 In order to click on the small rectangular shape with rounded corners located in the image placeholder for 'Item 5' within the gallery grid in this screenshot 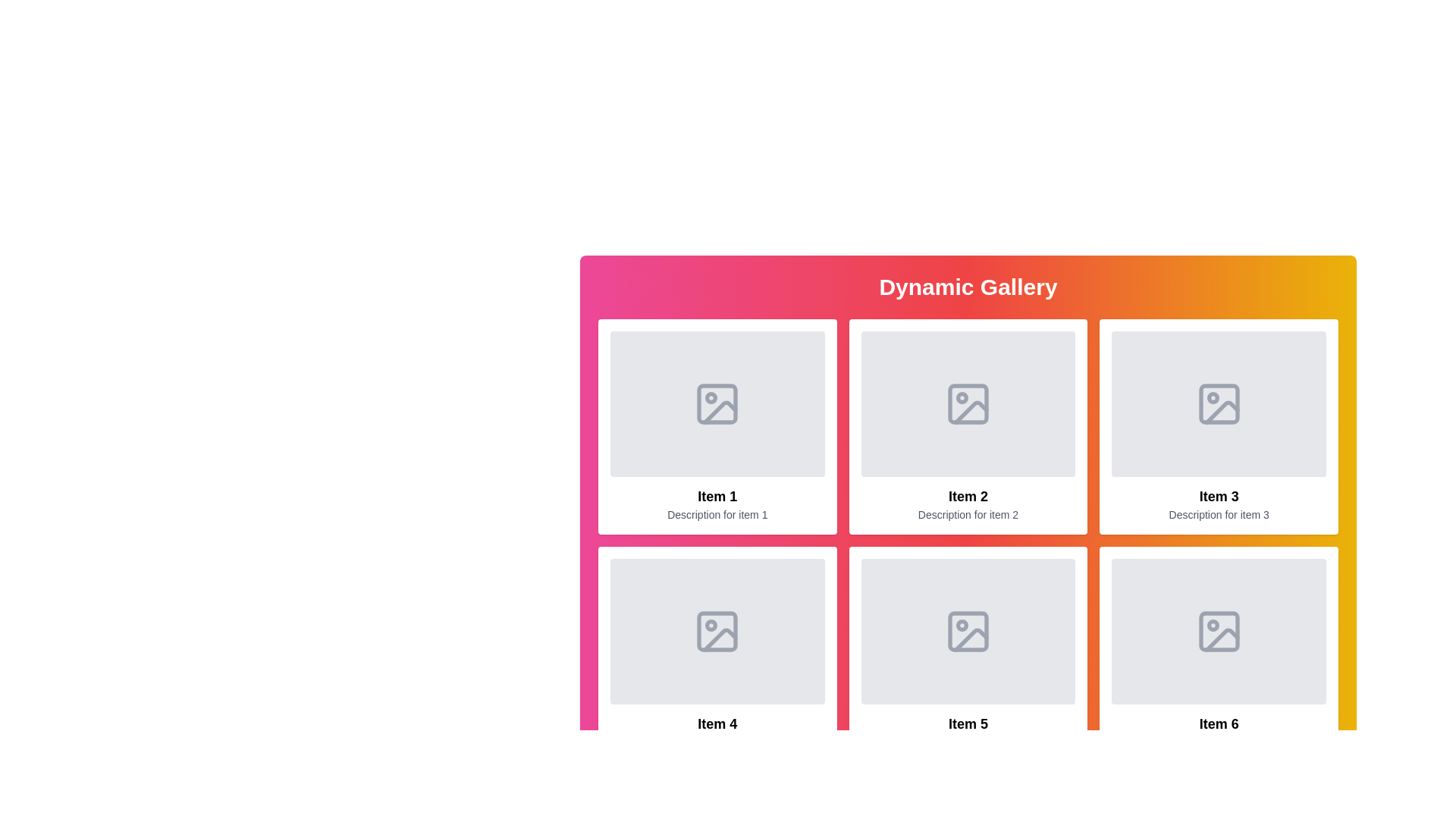, I will do `click(967, 632)`.